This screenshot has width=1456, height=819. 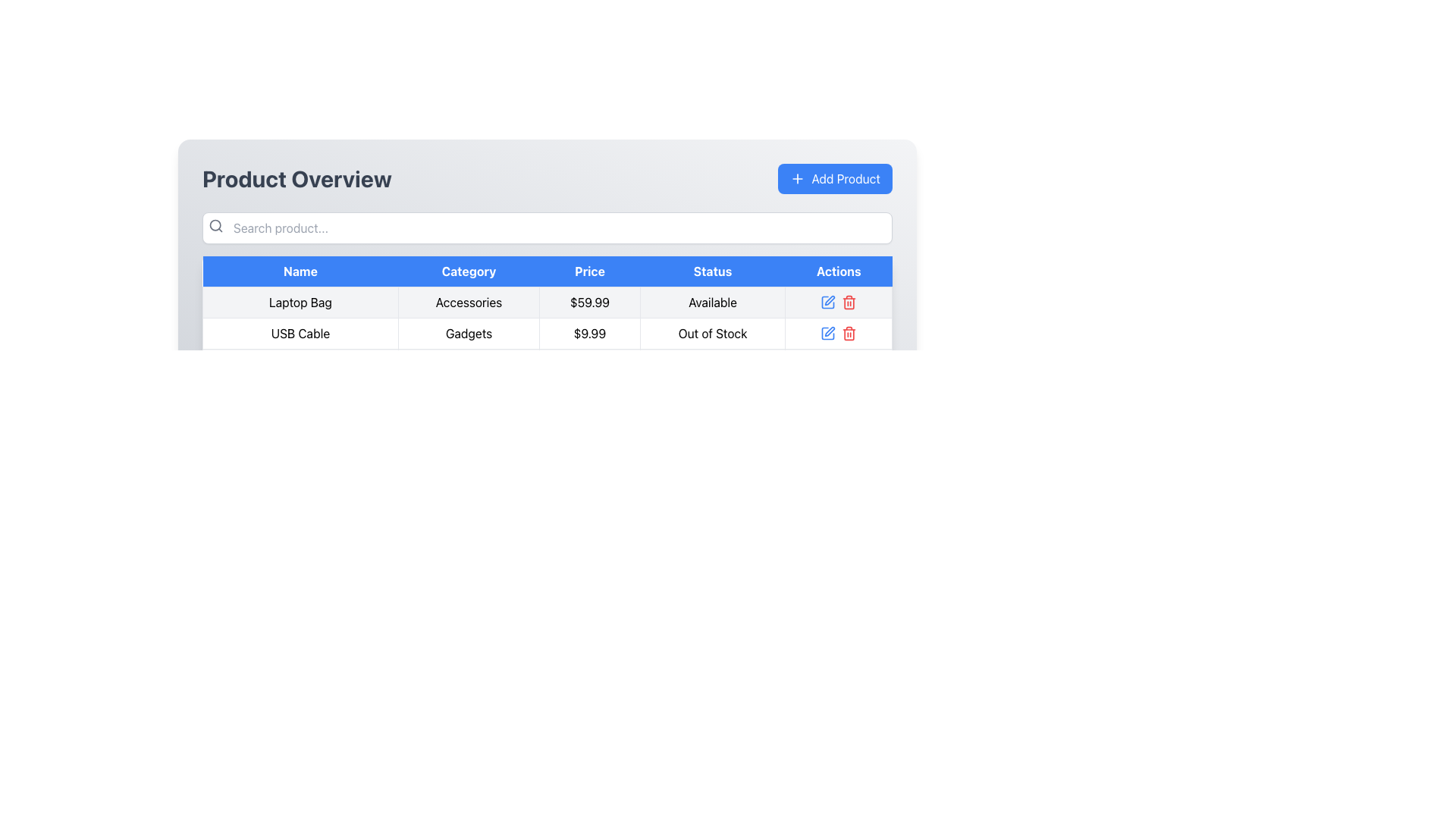 I want to click on the button that allows users to add a new product to the list, located to the far right of the 'Product Overview' header, so click(x=834, y=177).